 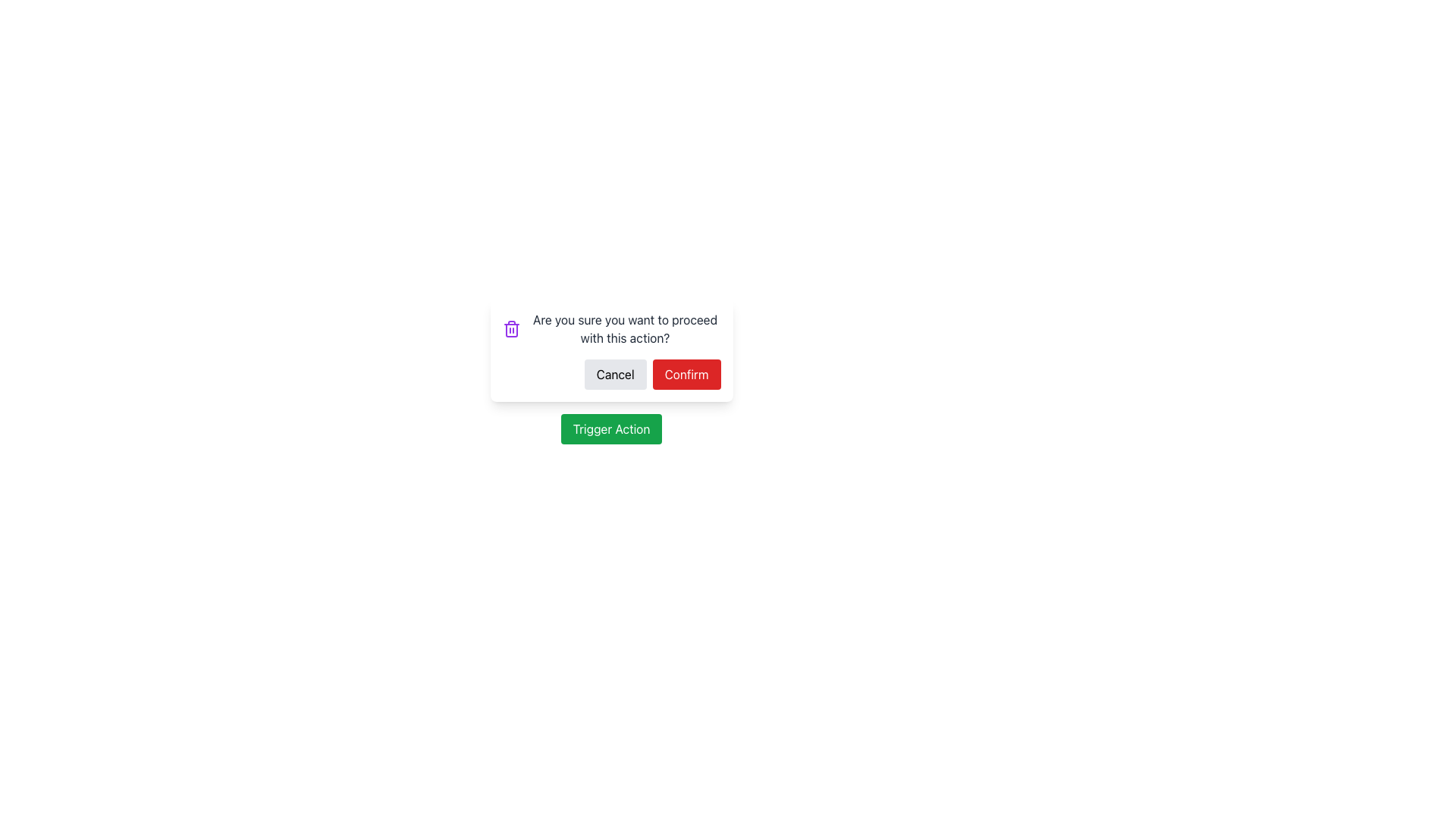 What do you see at coordinates (611, 350) in the screenshot?
I see `the 'Cancel' button located on the left side of the confirmation modal, which is a rounded rectangular dialog box with a white background and shadow effect` at bounding box center [611, 350].